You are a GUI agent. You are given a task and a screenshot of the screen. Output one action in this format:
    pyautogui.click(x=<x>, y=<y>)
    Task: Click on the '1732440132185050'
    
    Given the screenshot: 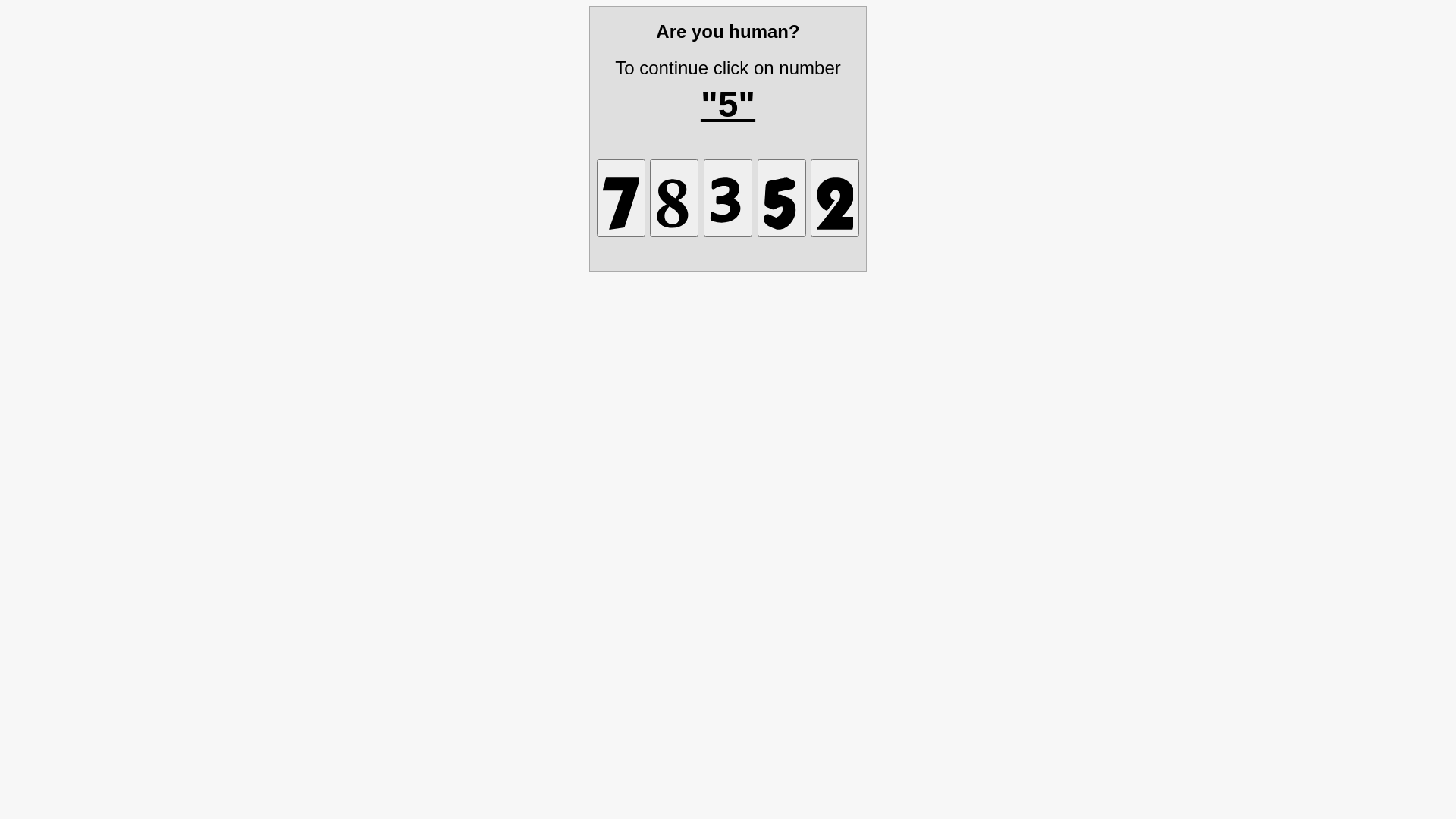 What is the action you would take?
    pyautogui.click(x=650, y=197)
    